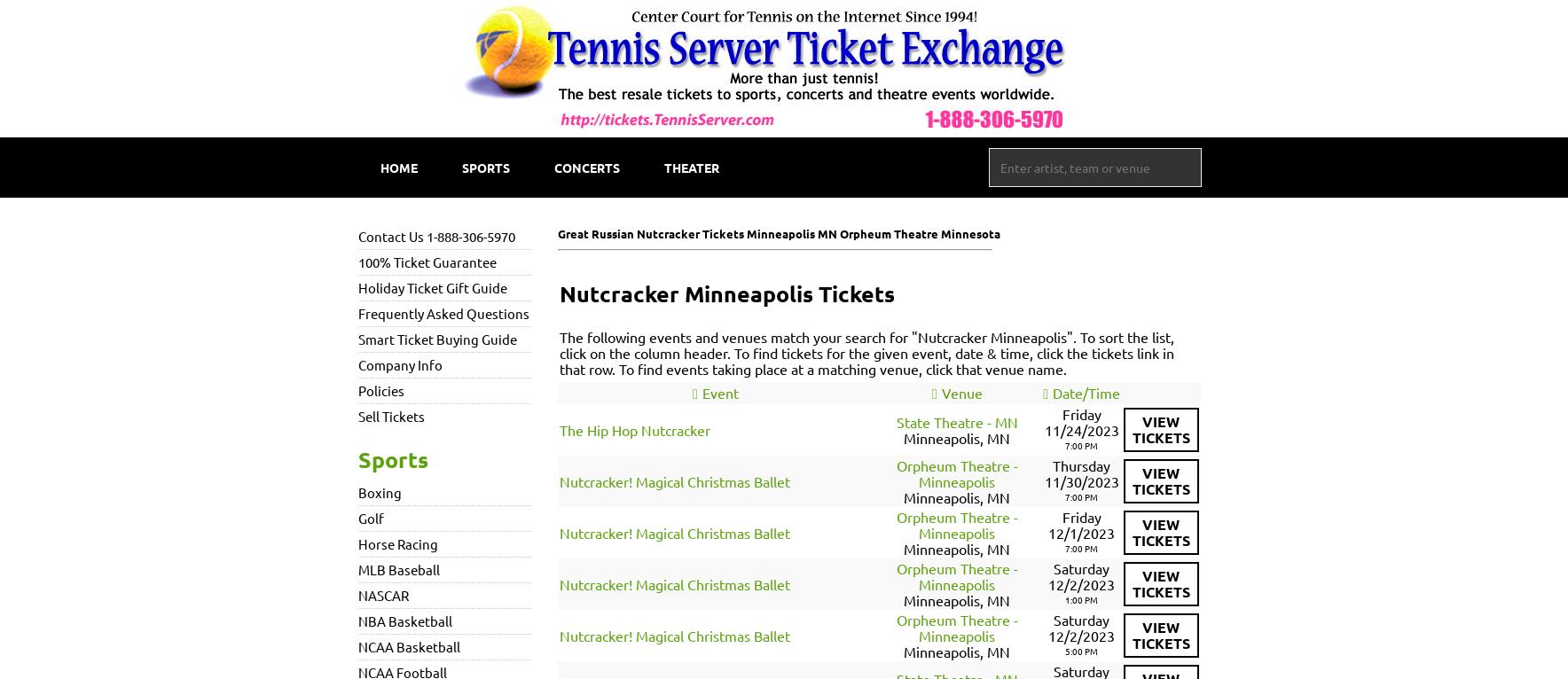 The width and height of the screenshot is (1568, 679). Describe the element at coordinates (955, 420) in the screenshot. I see `'State Theatre - MN'` at that location.